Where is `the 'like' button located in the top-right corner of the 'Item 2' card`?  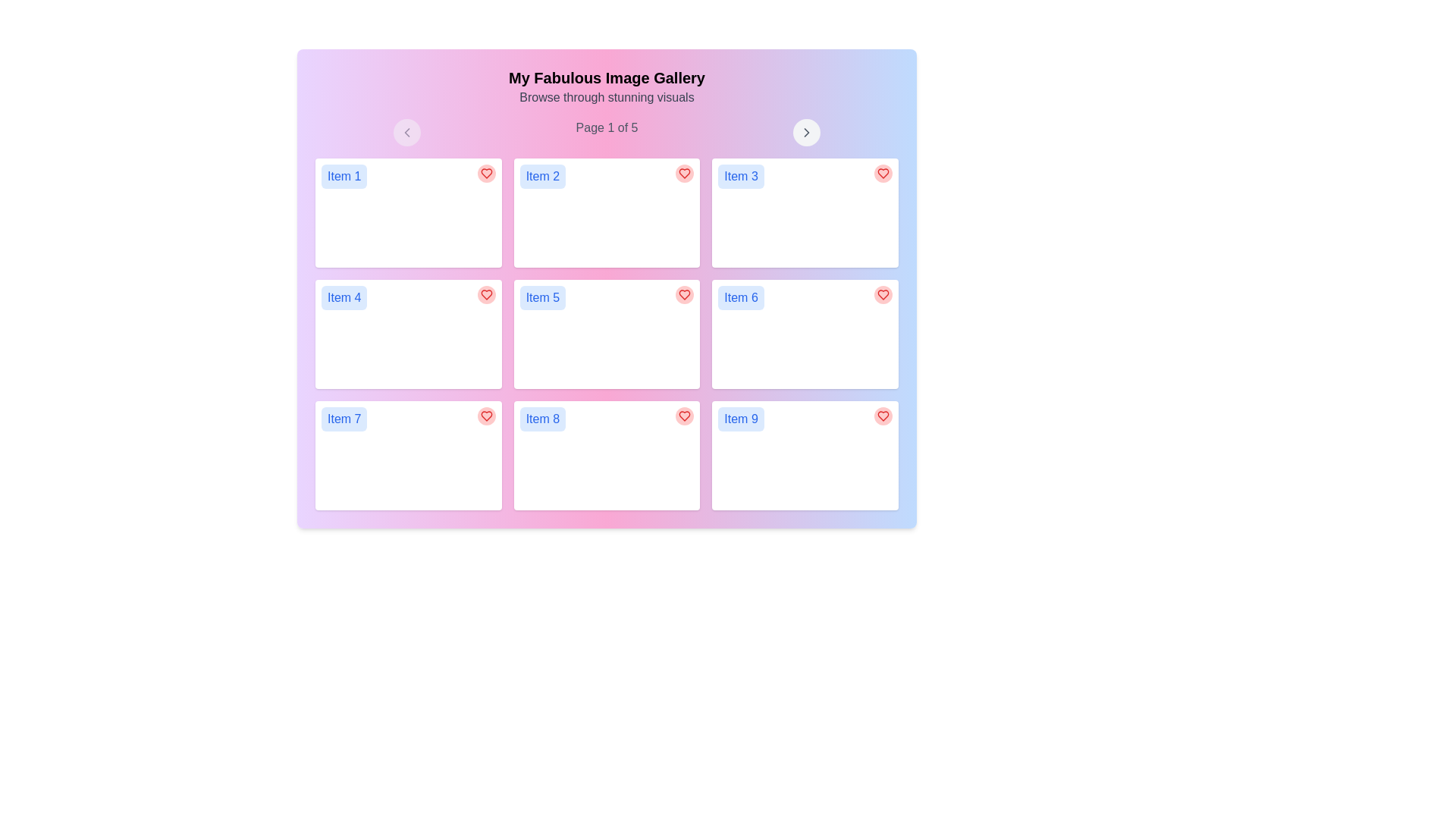 the 'like' button located in the top-right corner of the 'Item 2' card is located at coordinates (684, 172).